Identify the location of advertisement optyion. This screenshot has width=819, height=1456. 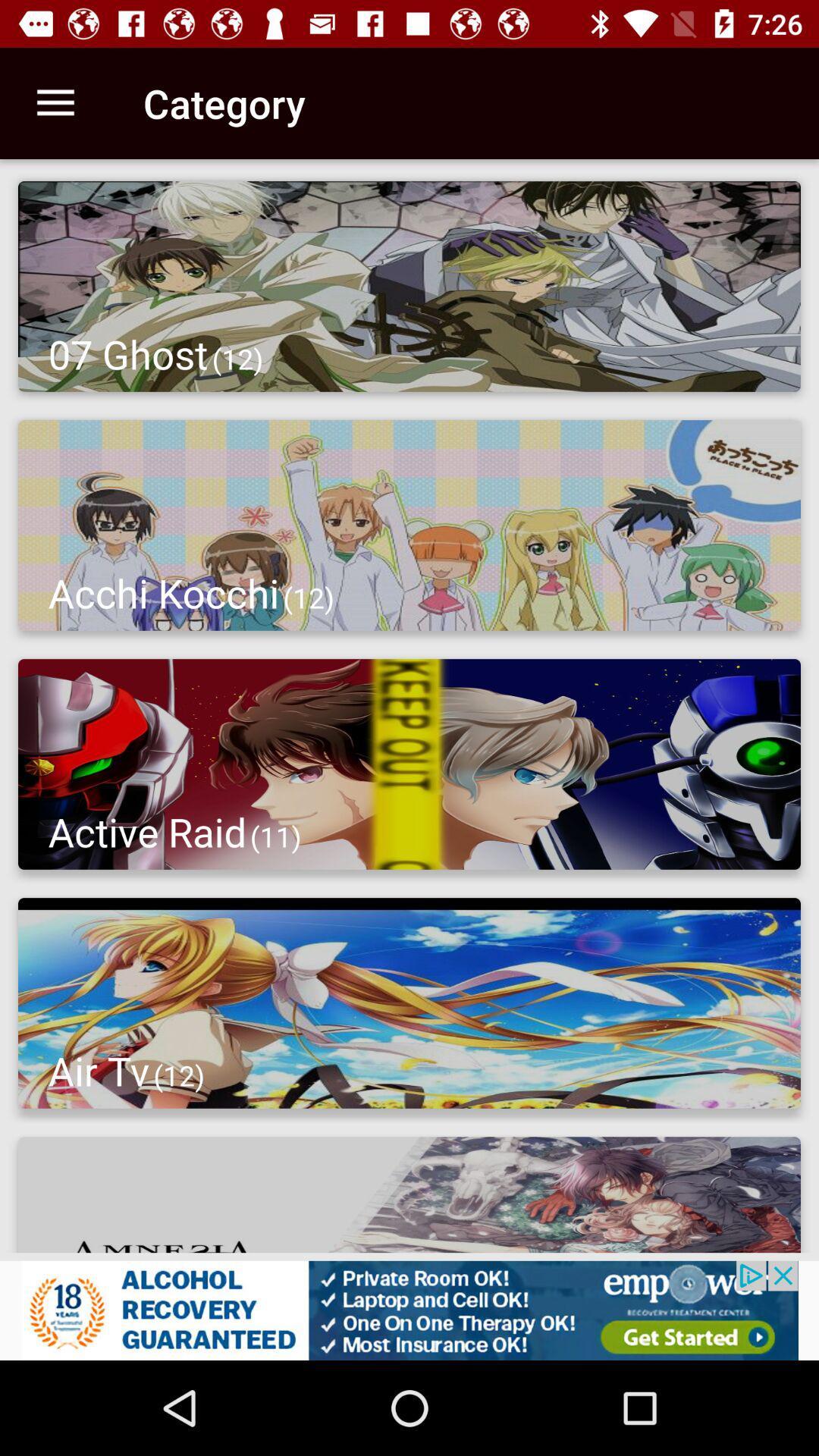
(409, 1310).